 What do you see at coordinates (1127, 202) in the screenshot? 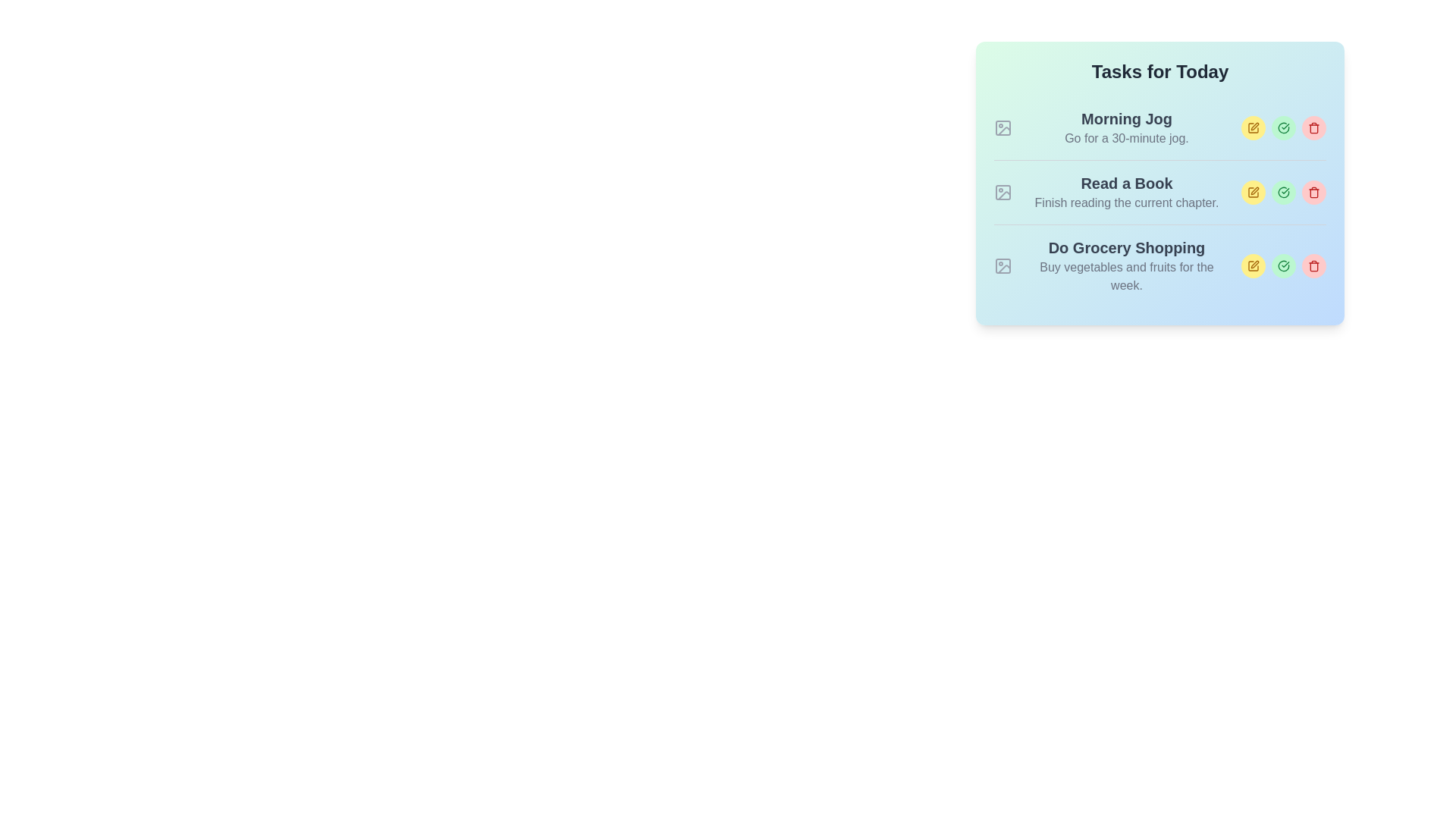
I see `the gray text element displaying 'Finish reading the current chapter.' located below the title 'Read a Book' in the 'Tasks for Today' section` at bounding box center [1127, 202].